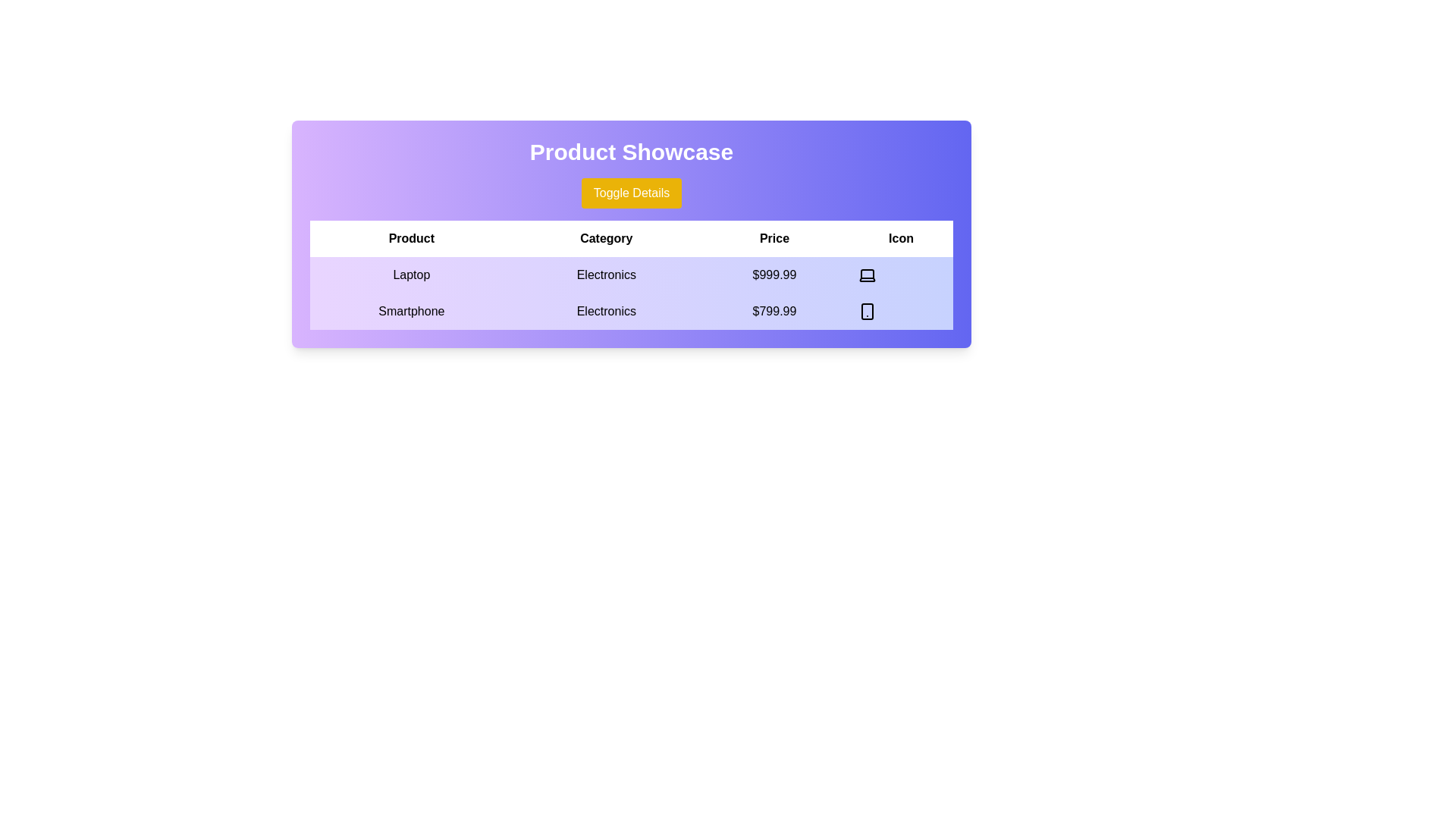 The height and width of the screenshot is (819, 1456). What do you see at coordinates (632, 311) in the screenshot?
I see `the second row of the table displaying the product entry for 'Smartphone', which includes the category 'Electronics' and price '$799.99', characterized by a gradient background from purple to indigo` at bounding box center [632, 311].